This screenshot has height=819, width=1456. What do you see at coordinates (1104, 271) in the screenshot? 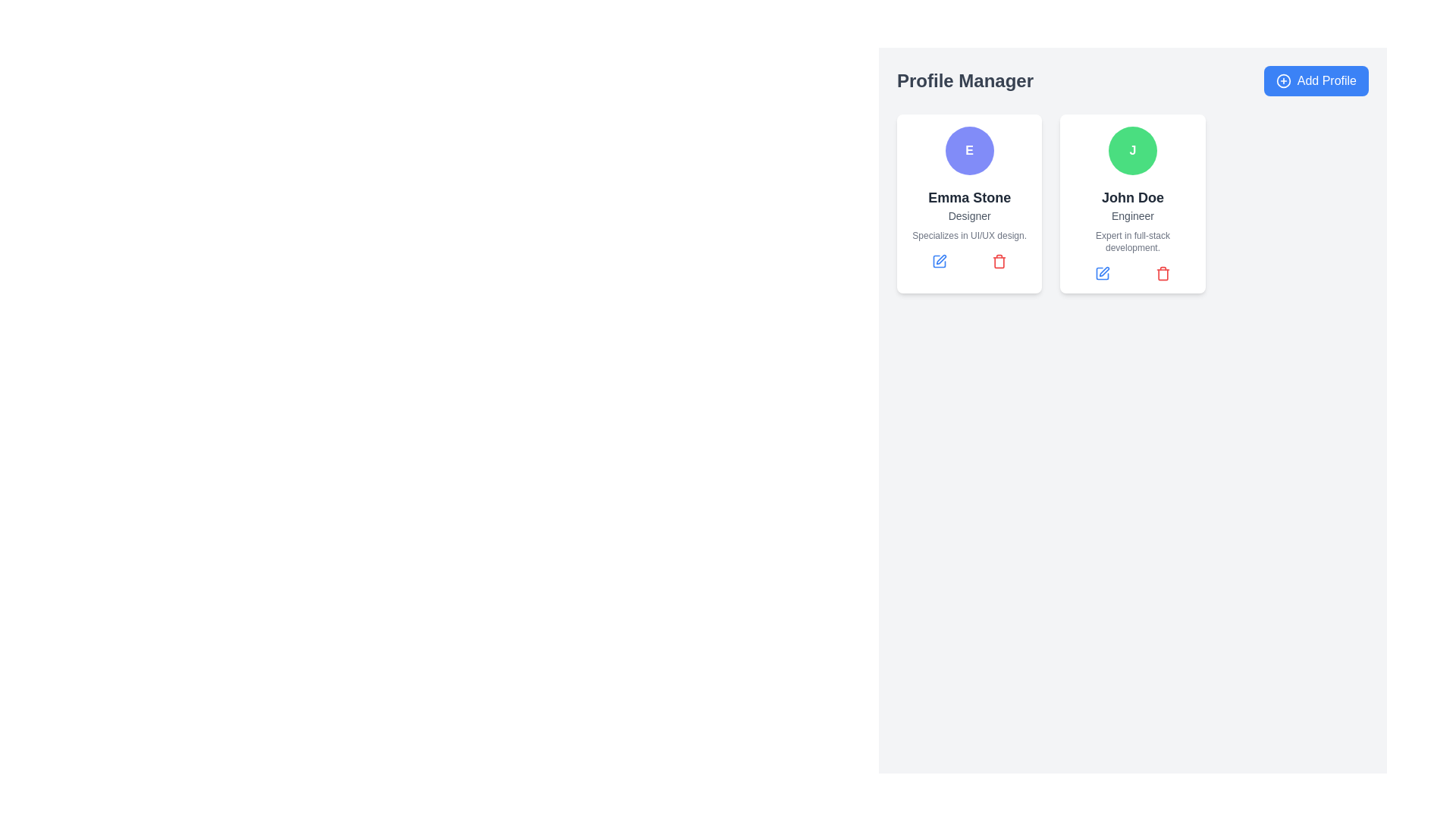
I see `the button located in the bottom left corner of the card for 'John Doe' to initiate the edit action` at bounding box center [1104, 271].